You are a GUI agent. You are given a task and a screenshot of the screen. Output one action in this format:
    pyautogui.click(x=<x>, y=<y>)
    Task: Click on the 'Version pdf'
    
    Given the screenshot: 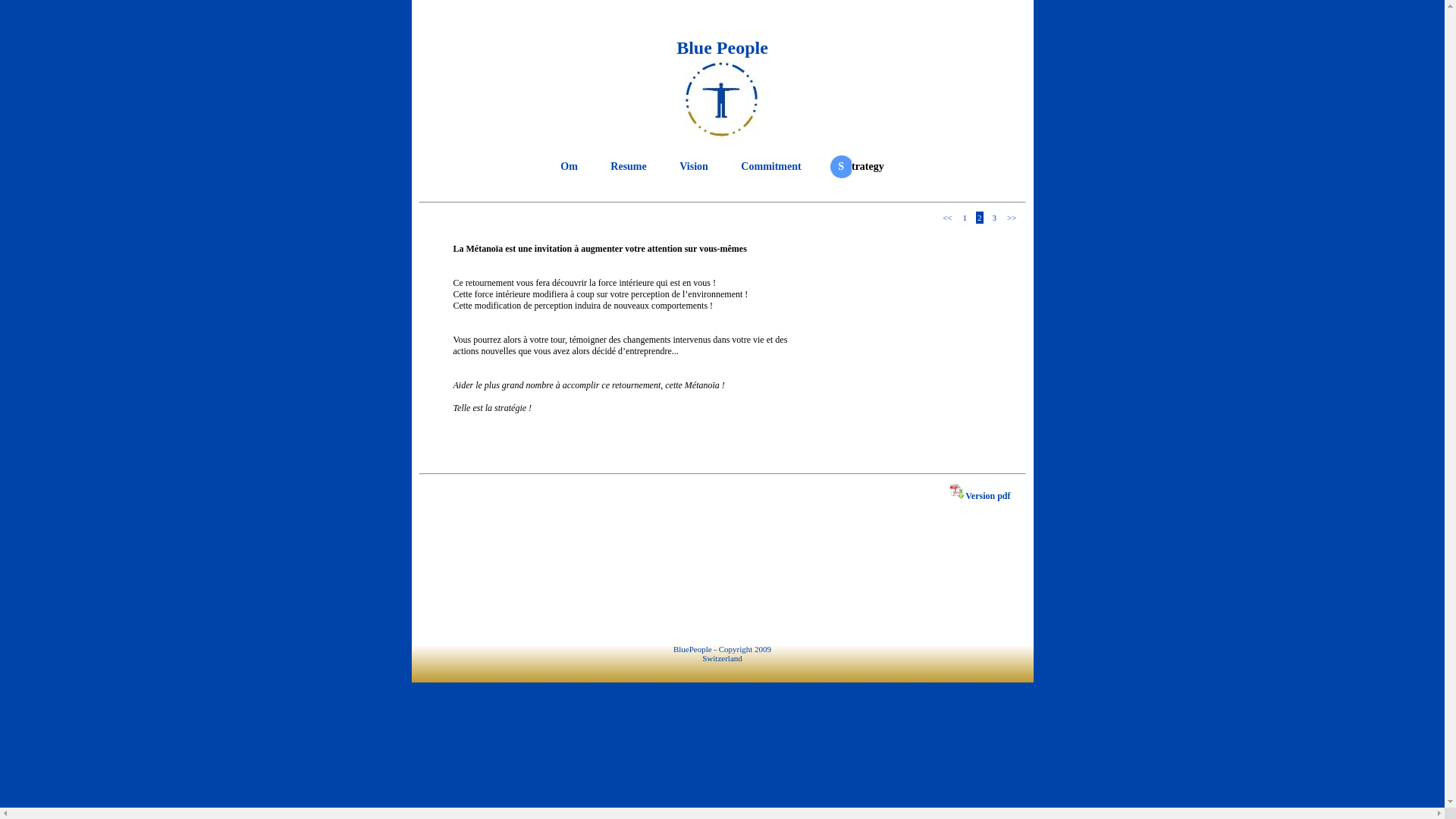 What is the action you would take?
    pyautogui.click(x=980, y=496)
    